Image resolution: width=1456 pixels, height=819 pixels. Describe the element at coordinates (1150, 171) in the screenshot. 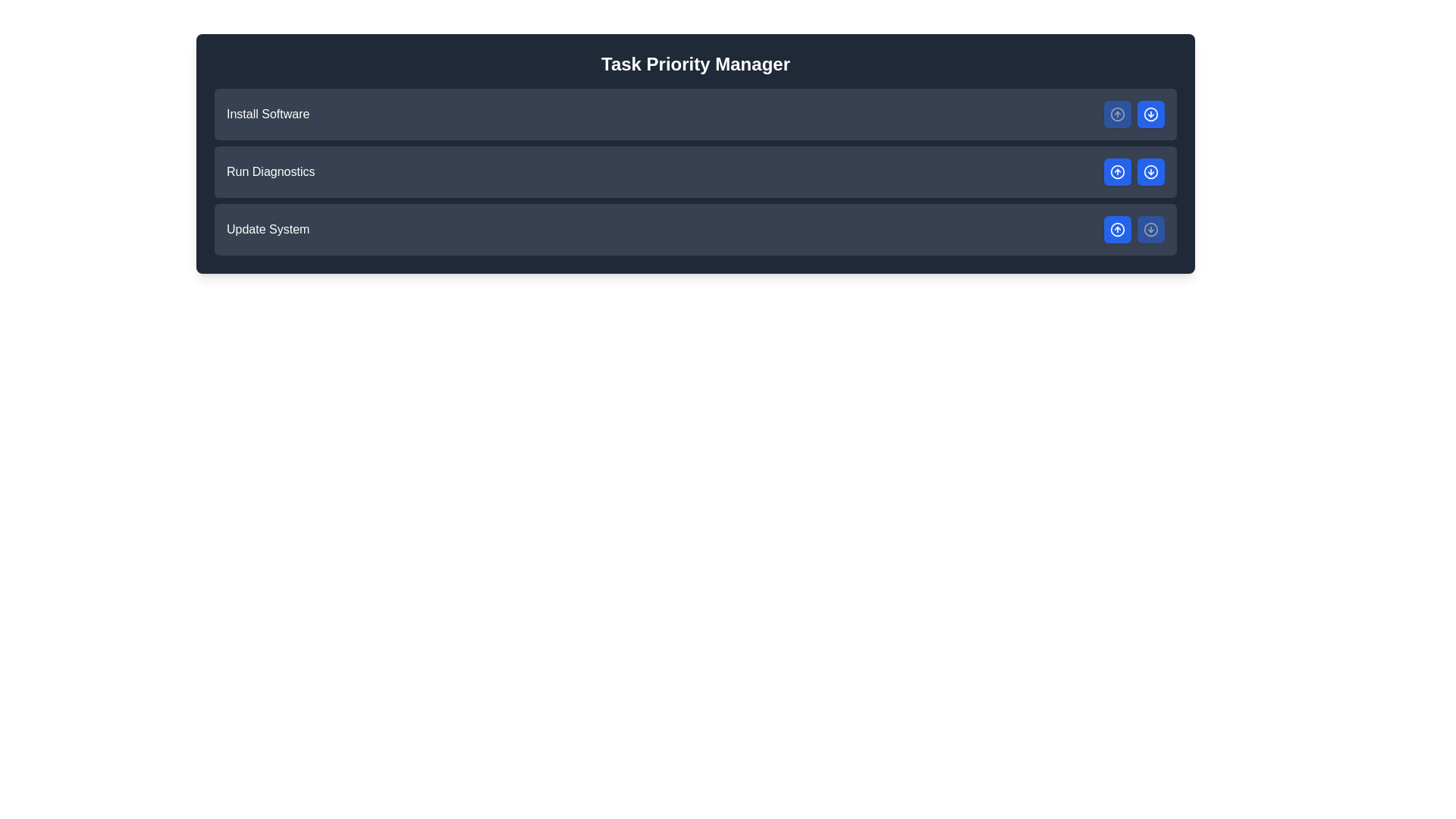

I see `the downward priority icon located on the blue button at the rightmost side of the third row in the 'Task Priority Manager' interface to move the associated item downward in priority` at that location.